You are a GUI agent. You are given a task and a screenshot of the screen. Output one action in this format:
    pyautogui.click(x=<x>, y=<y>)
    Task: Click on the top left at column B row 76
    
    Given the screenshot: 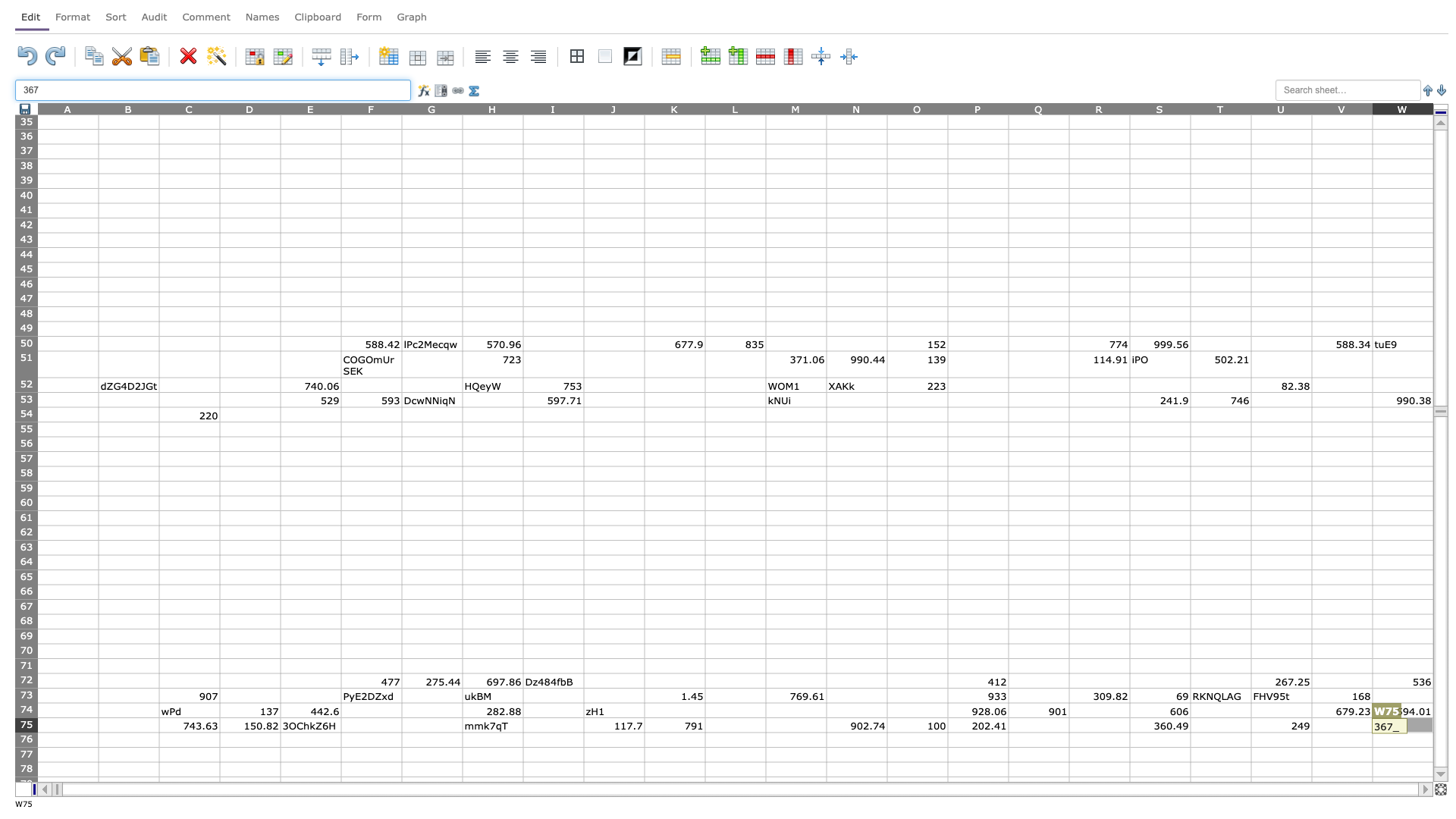 What is the action you would take?
    pyautogui.click(x=97, y=731)
    